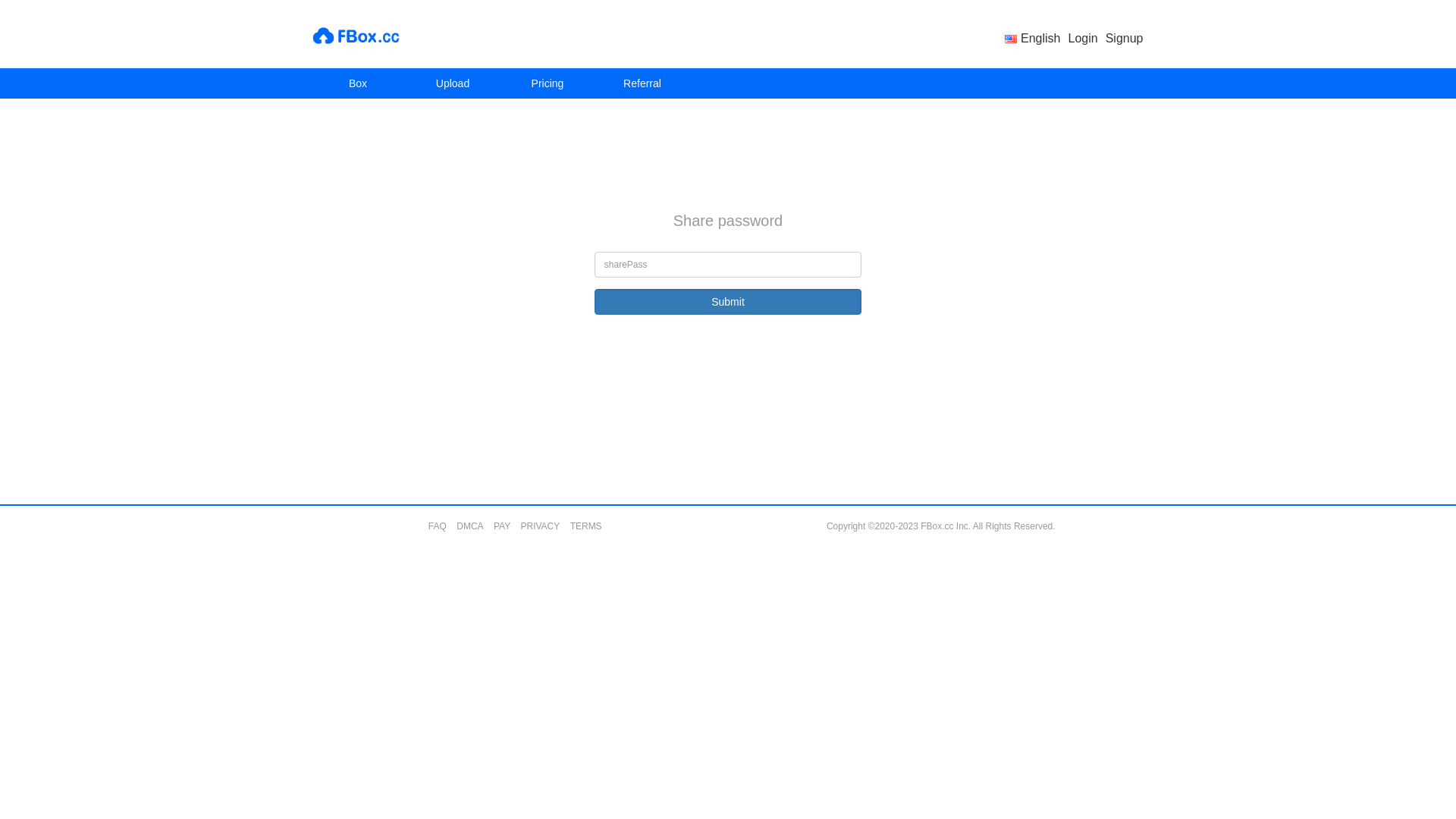 The height and width of the screenshot is (819, 1456). Describe the element at coordinates (436, 526) in the screenshot. I see `'FAQ'` at that location.